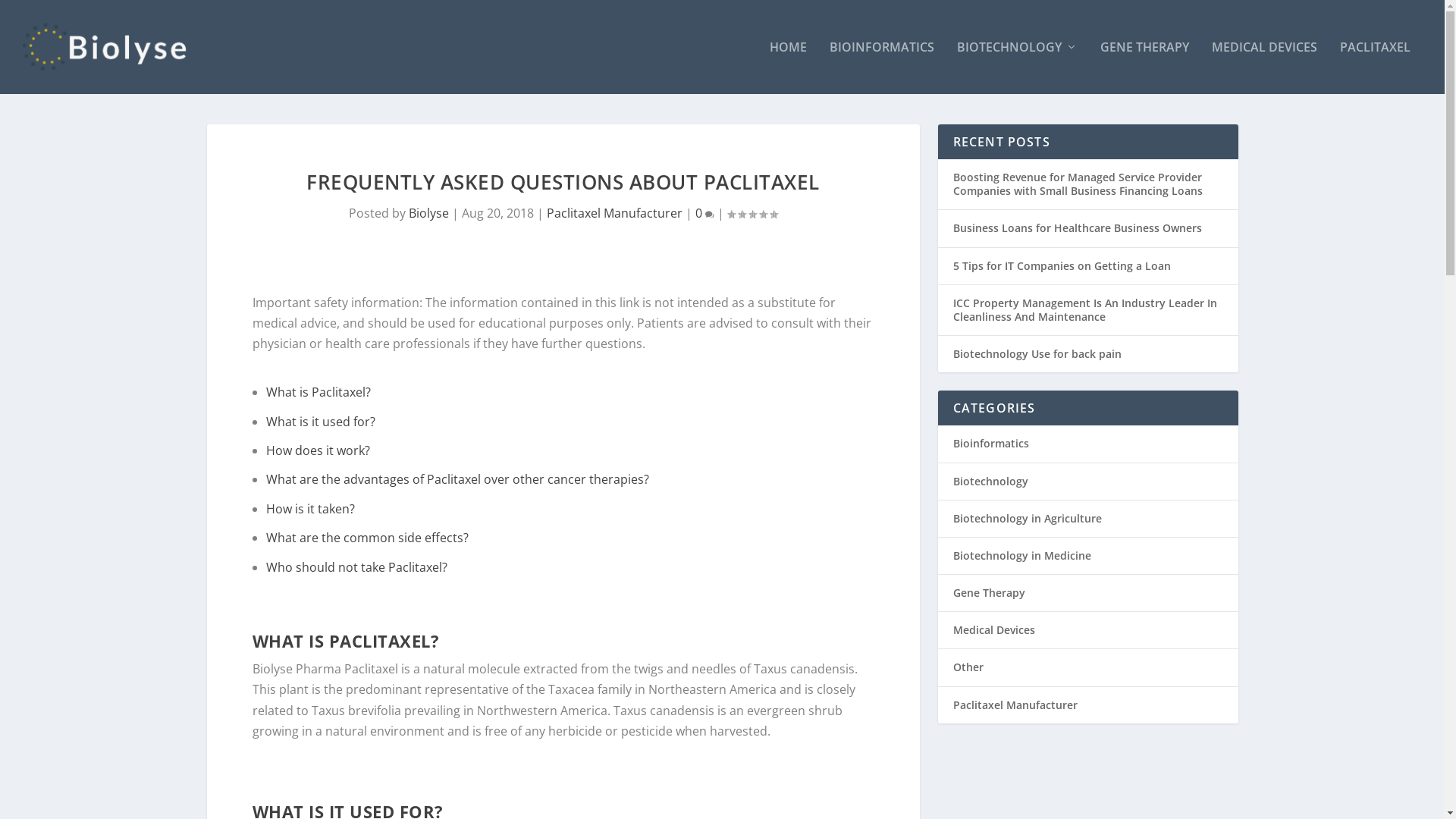  I want to click on 'How is it taken?', so click(309, 509).